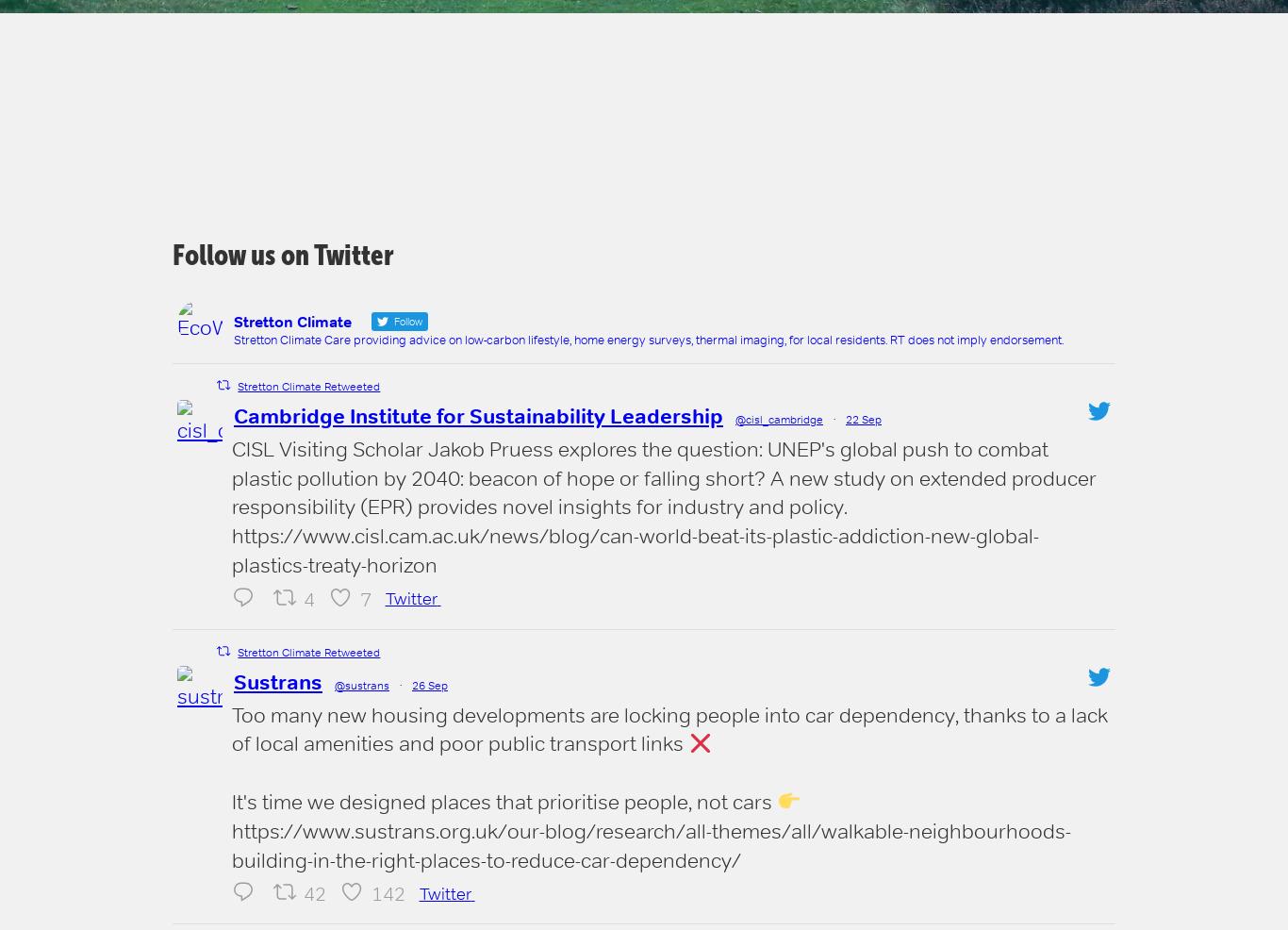  What do you see at coordinates (652, 843) in the screenshot?
I see `'https://www.sustrans.org.uk/our-blog/research/all-themes/all/walkable-neighbourhoods-building-in-the-right-places-to-reduce-car-dependency/'` at bounding box center [652, 843].